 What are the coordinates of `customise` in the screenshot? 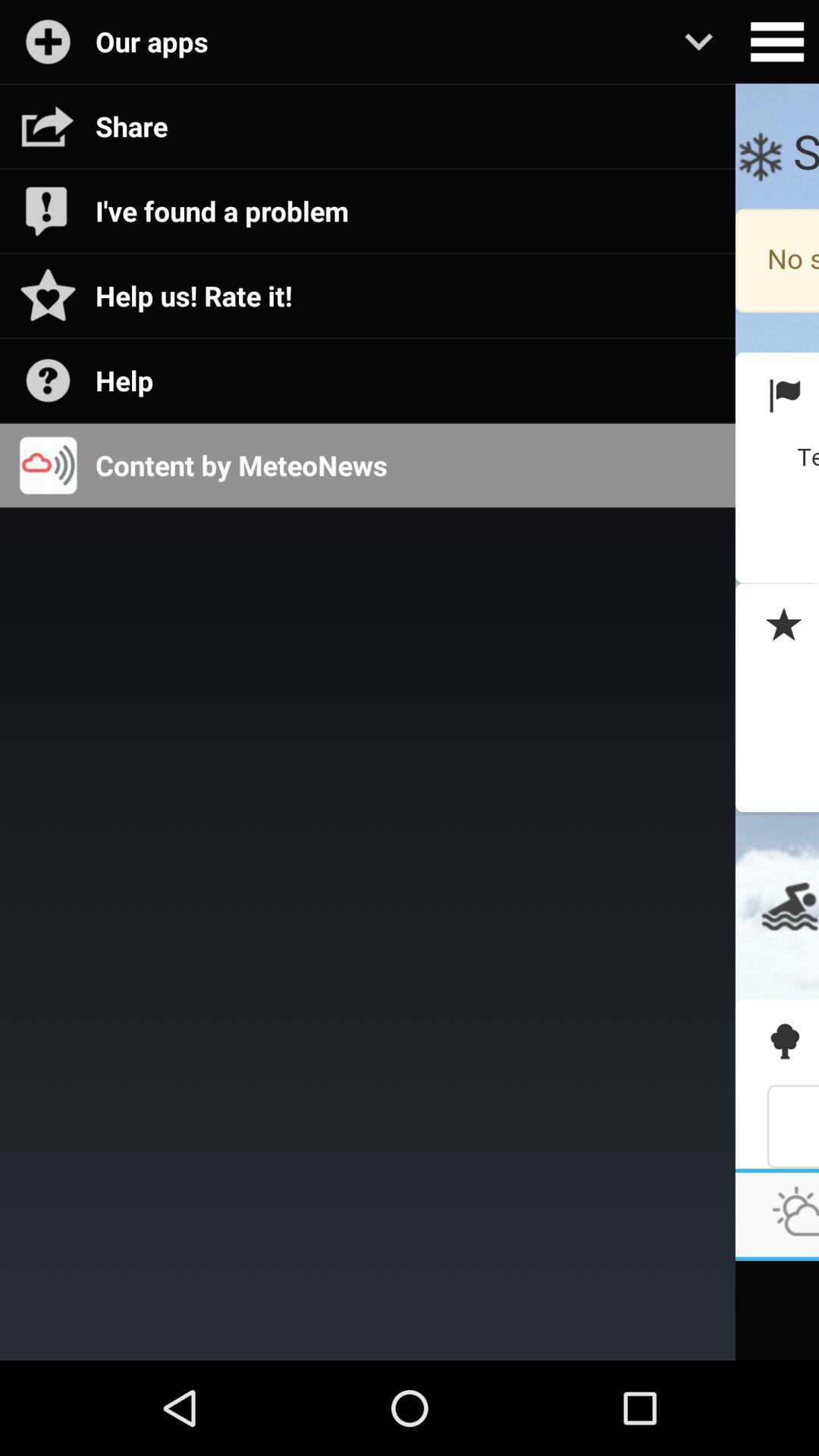 It's located at (777, 42).